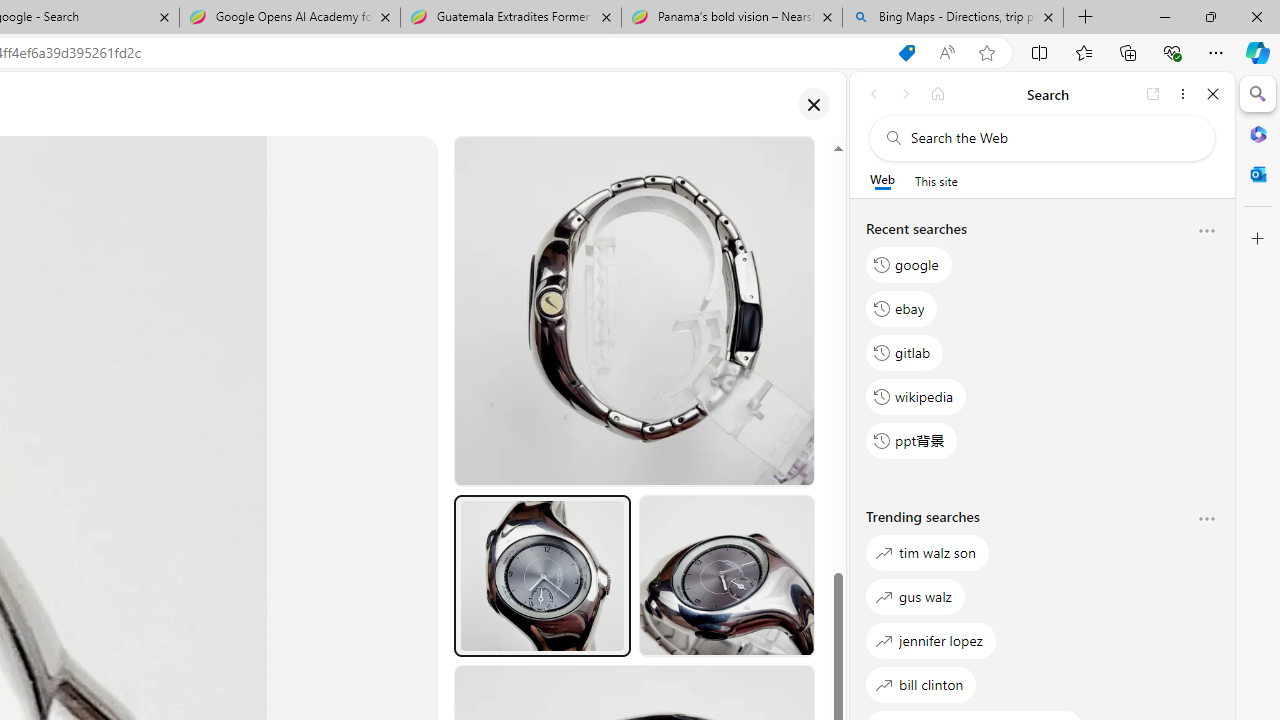 This screenshot has width=1280, height=720. What do you see at coordinates (930, 640) in the screenshot?
I see `'jennifer lopez'` at bounding box center [930, 640].